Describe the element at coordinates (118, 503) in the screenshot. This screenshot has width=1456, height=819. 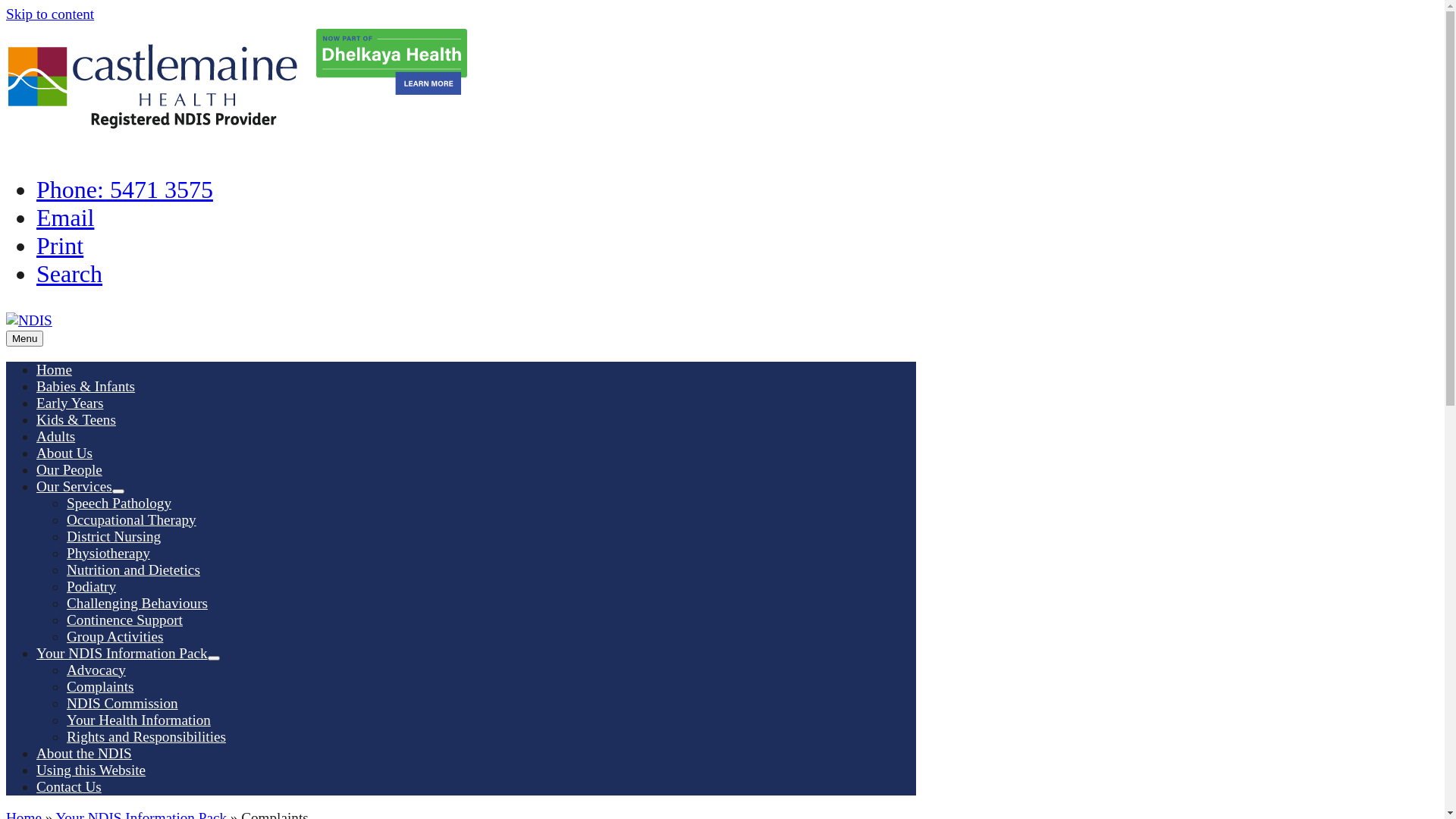
I see `'Speech Pathology'` at that location.